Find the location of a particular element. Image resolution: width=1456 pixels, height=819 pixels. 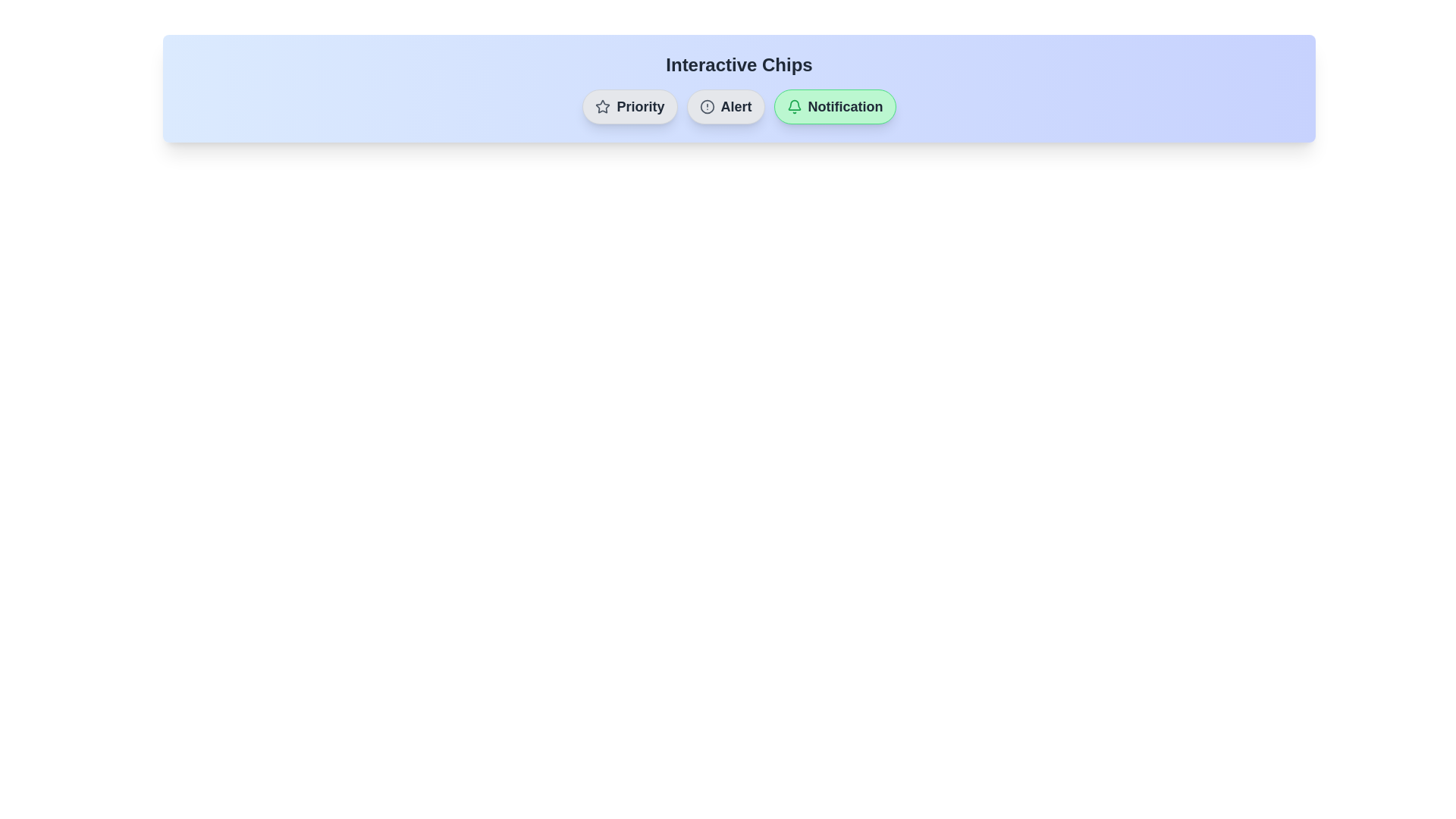

the chip labeled 'Notification' to view its hover effect is located at coordinates (833, 106).